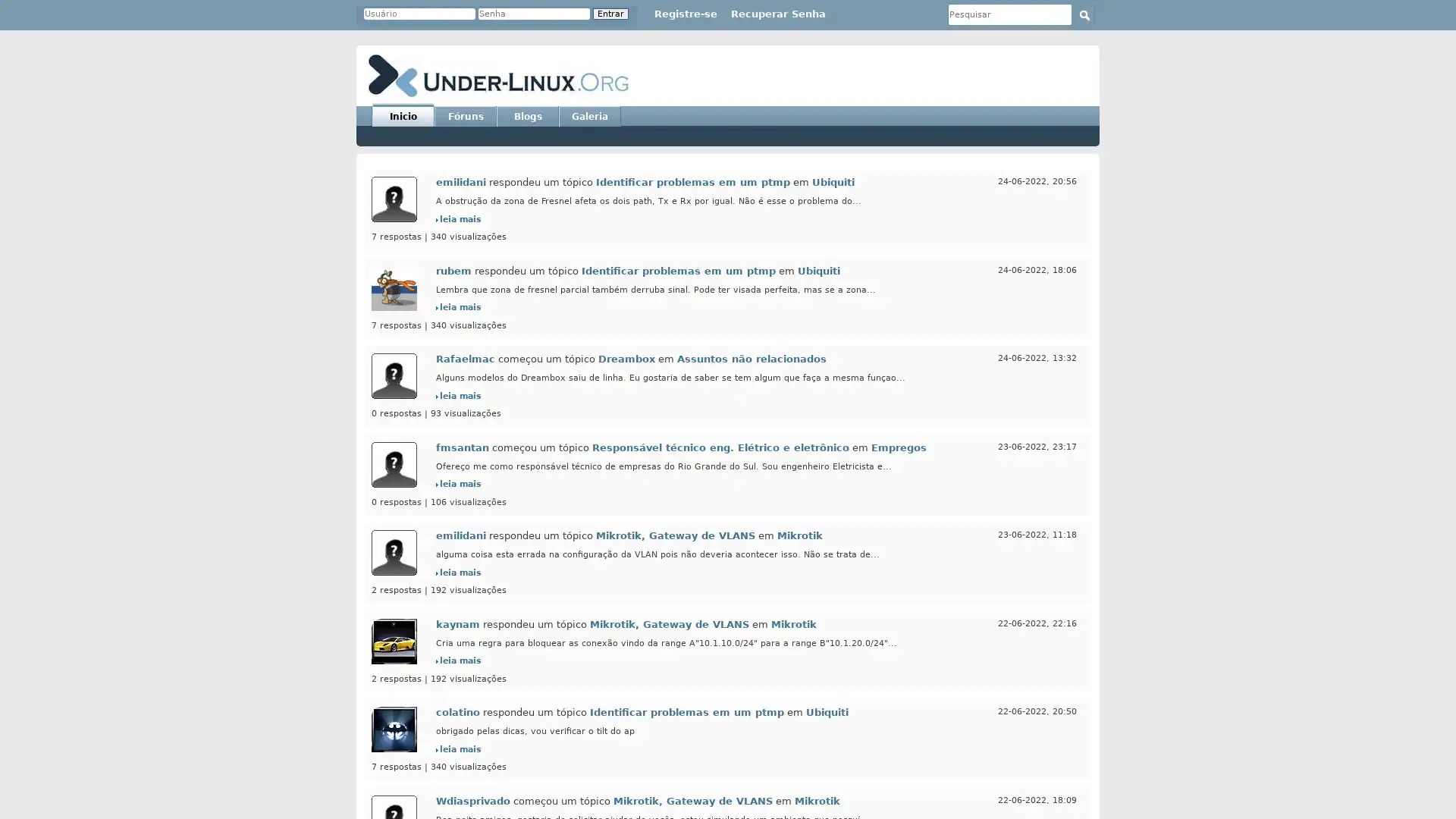 Image resolution: width=1456 pixels, height=819 pixels. I want to click on Submit, so click(1084, 14).